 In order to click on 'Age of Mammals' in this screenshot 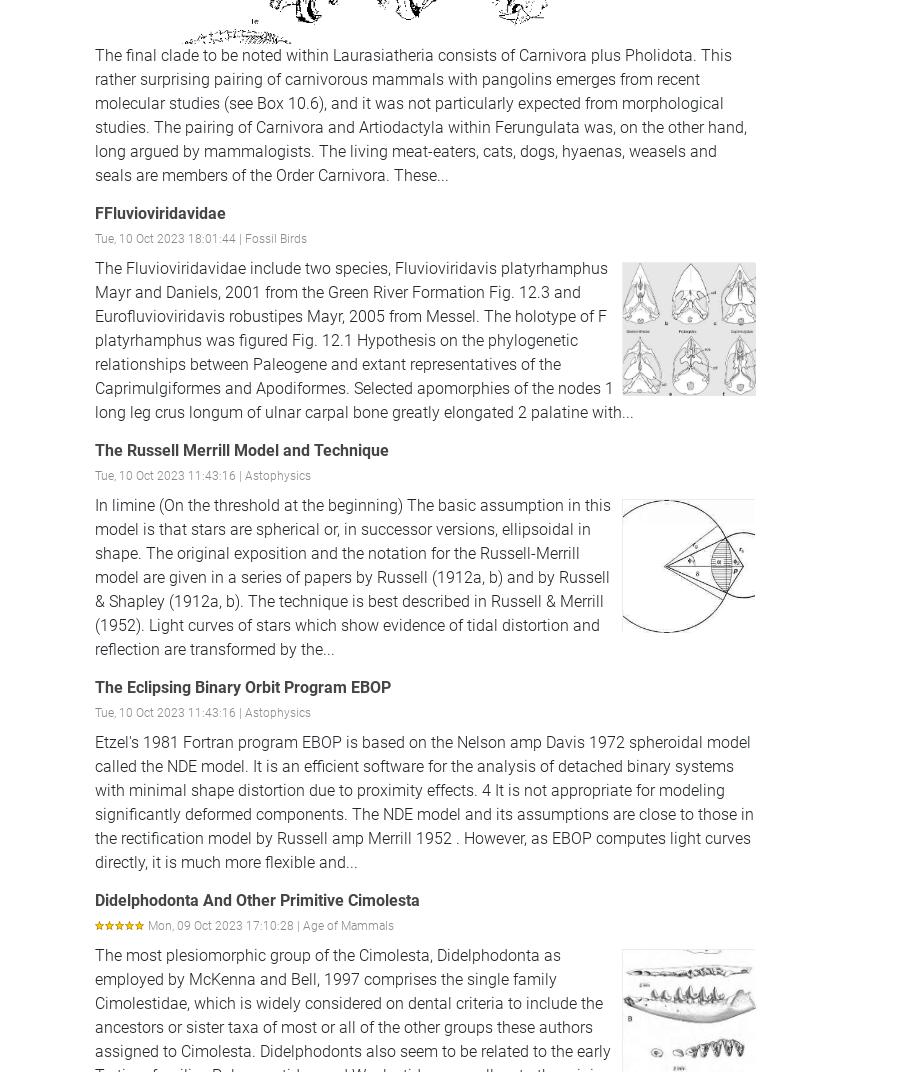, I will do `click(347, 925)`.